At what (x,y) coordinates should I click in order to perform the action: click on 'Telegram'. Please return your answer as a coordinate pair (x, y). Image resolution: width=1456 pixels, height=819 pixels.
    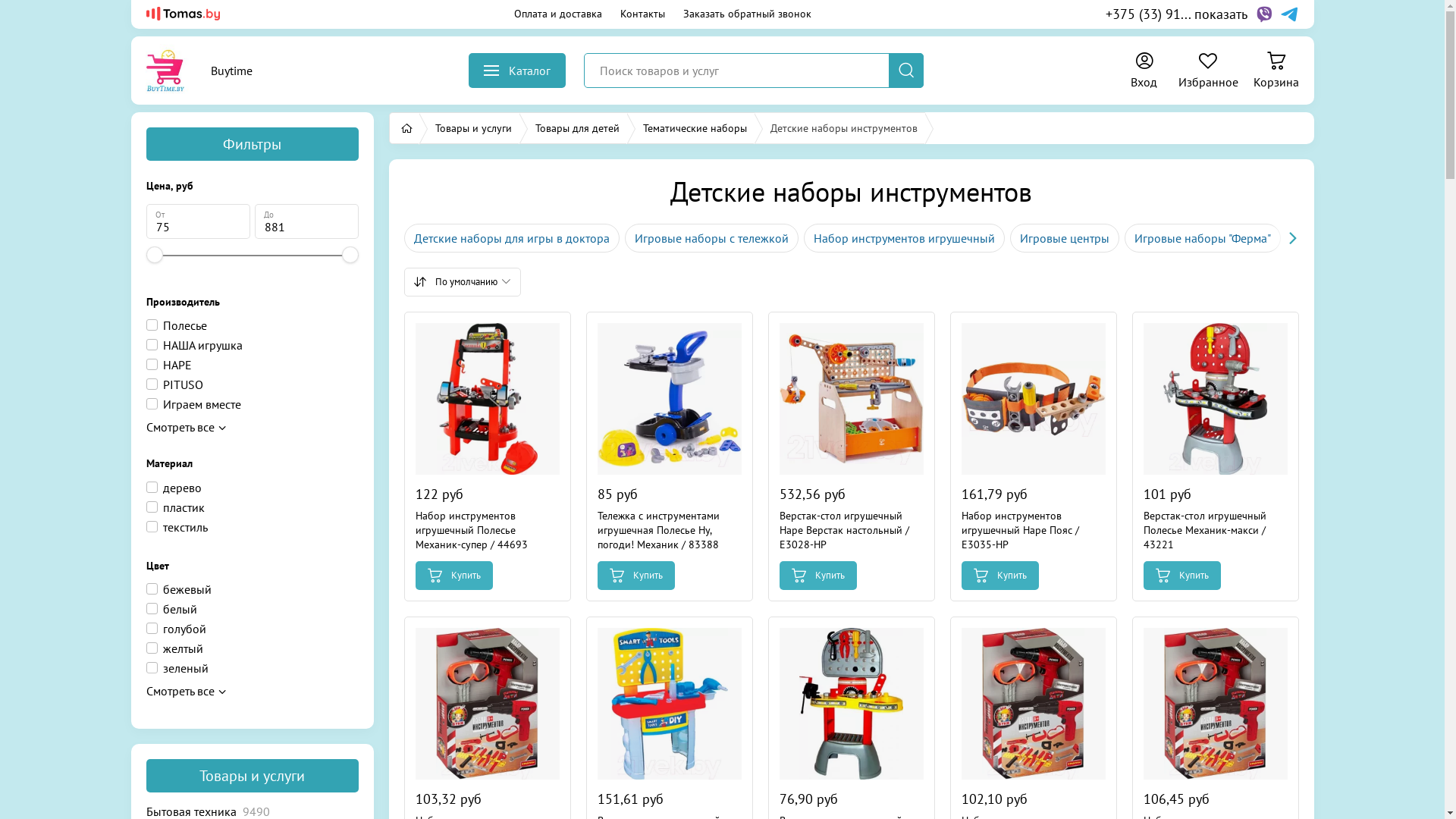
    Looking at the image, I should click on (1288, 14).